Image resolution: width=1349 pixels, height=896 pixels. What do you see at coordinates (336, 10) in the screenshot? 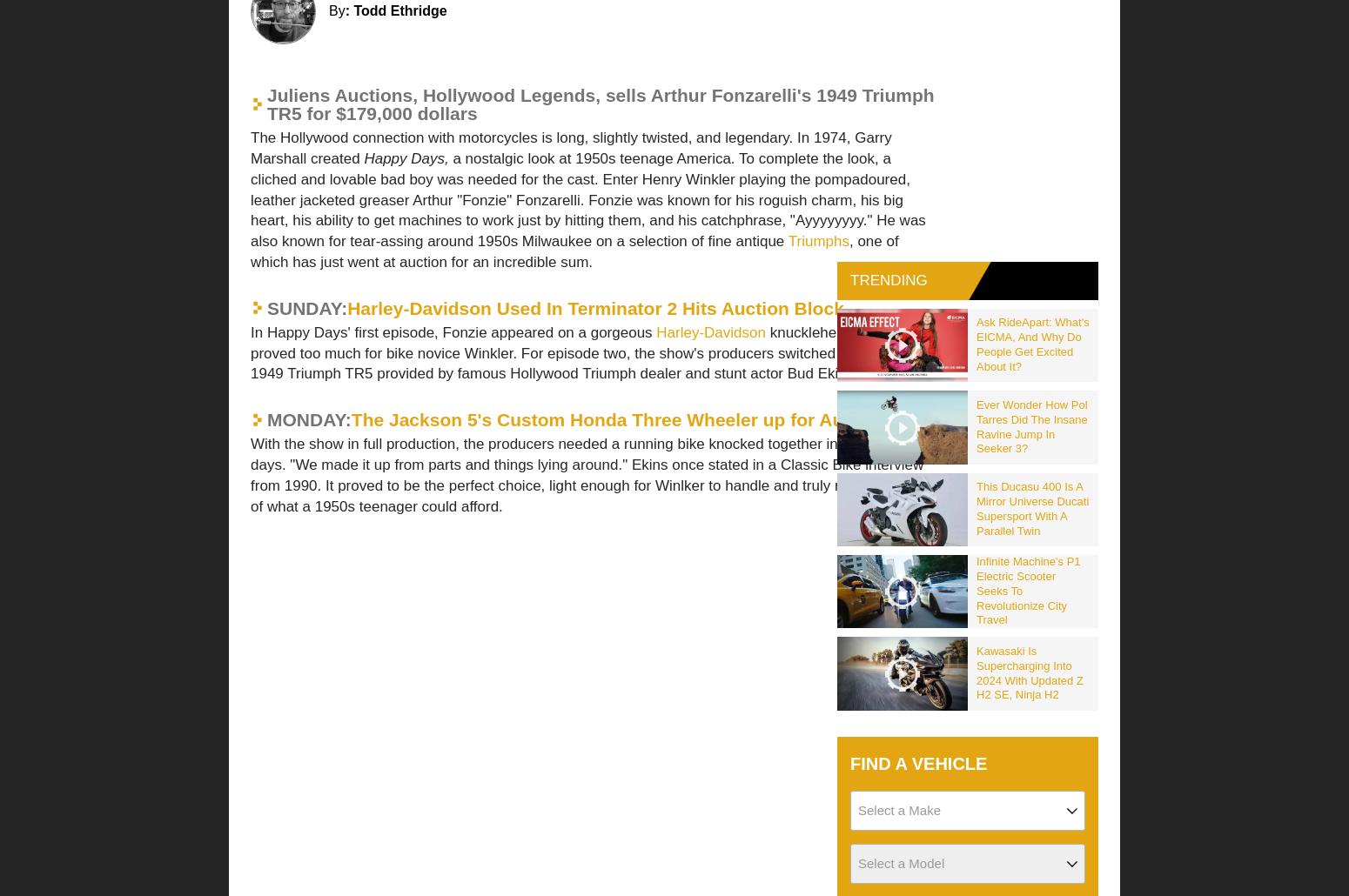
I see `'By'` at bounding box center [336, 10].